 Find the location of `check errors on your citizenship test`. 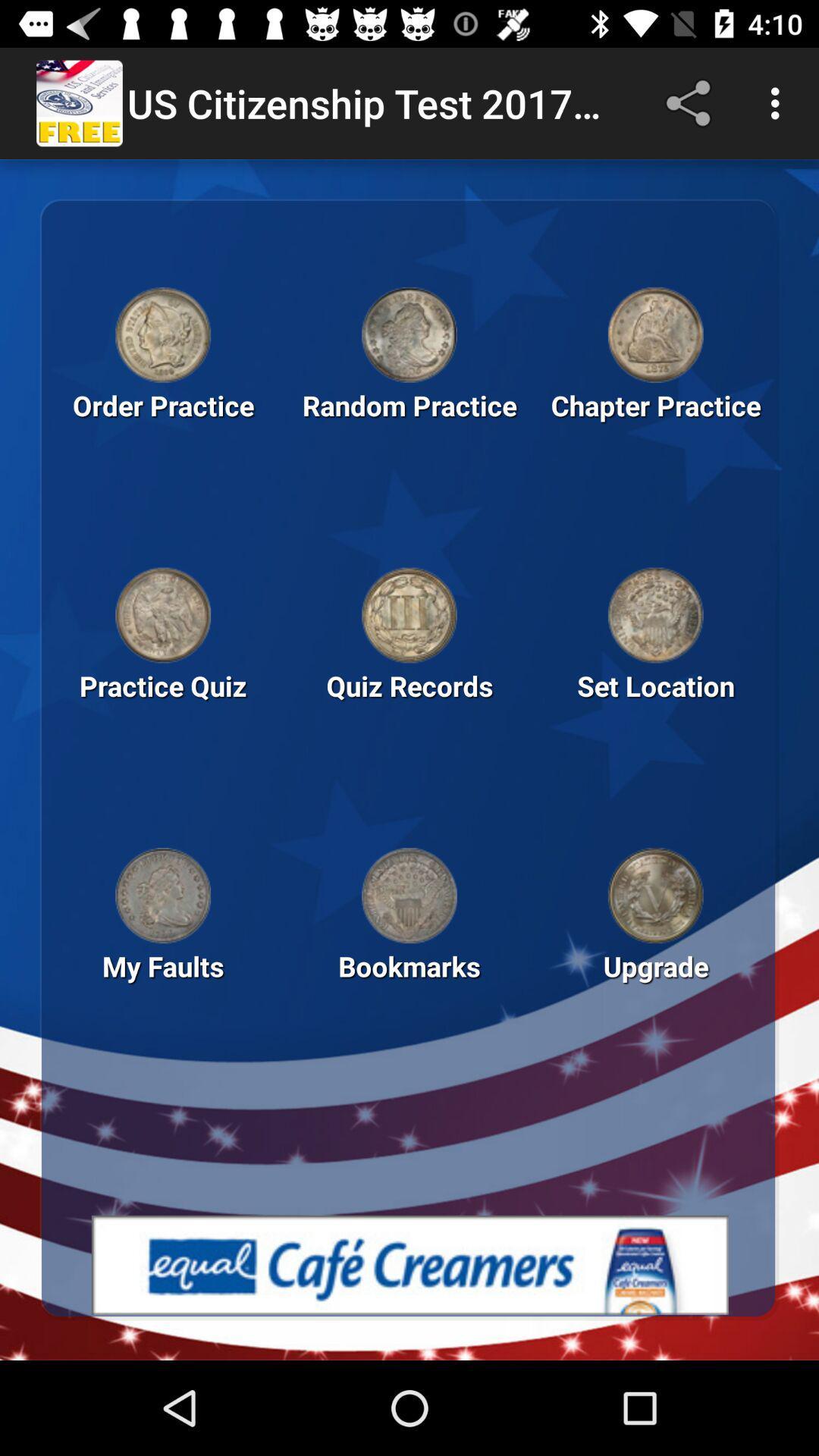

check errors on your citizenship test is located at coordinates (163, 896).